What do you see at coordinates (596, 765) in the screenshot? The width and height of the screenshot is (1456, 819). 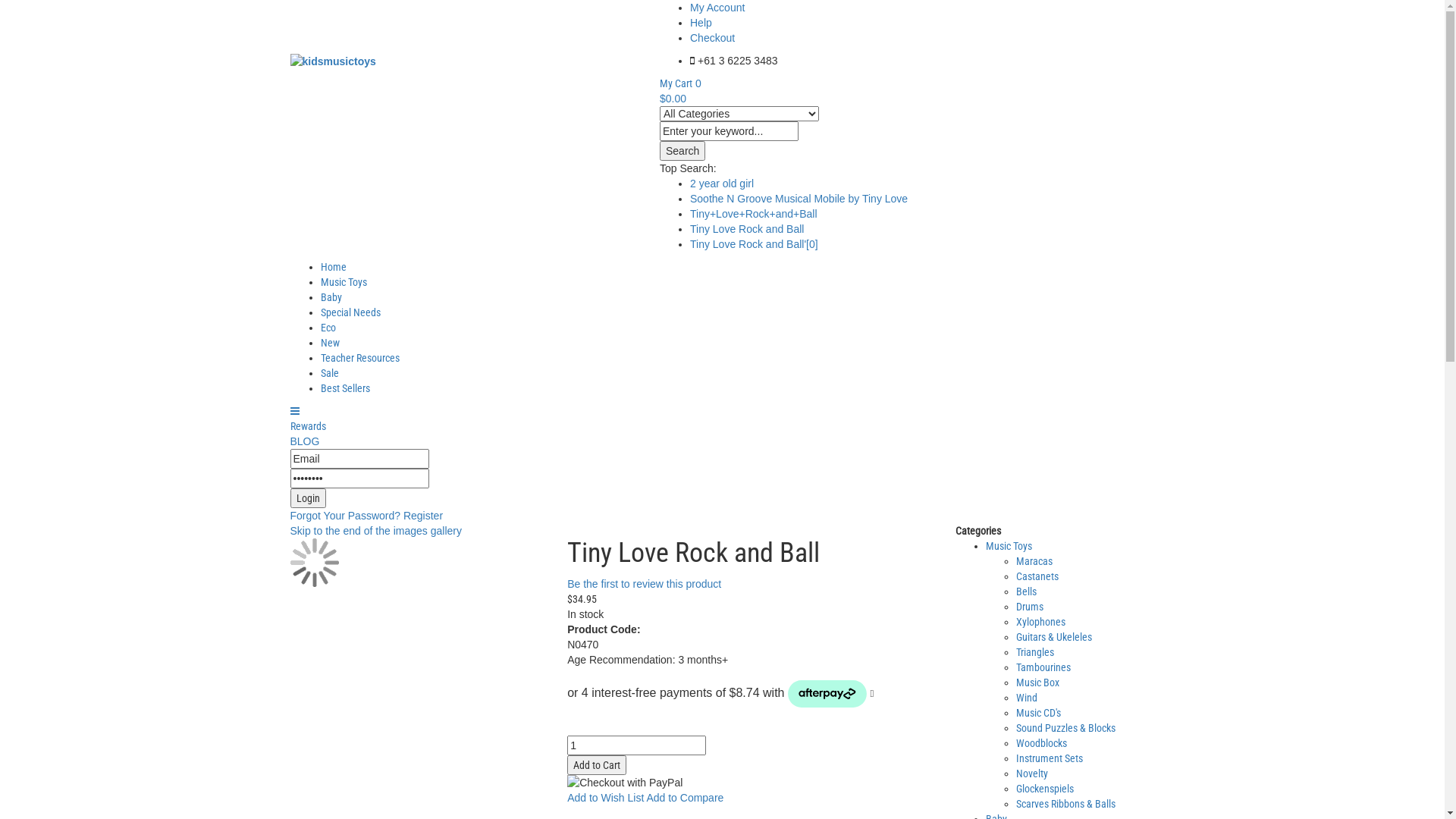 I see `'Add to Cart'` at bounding box center [596, 765].